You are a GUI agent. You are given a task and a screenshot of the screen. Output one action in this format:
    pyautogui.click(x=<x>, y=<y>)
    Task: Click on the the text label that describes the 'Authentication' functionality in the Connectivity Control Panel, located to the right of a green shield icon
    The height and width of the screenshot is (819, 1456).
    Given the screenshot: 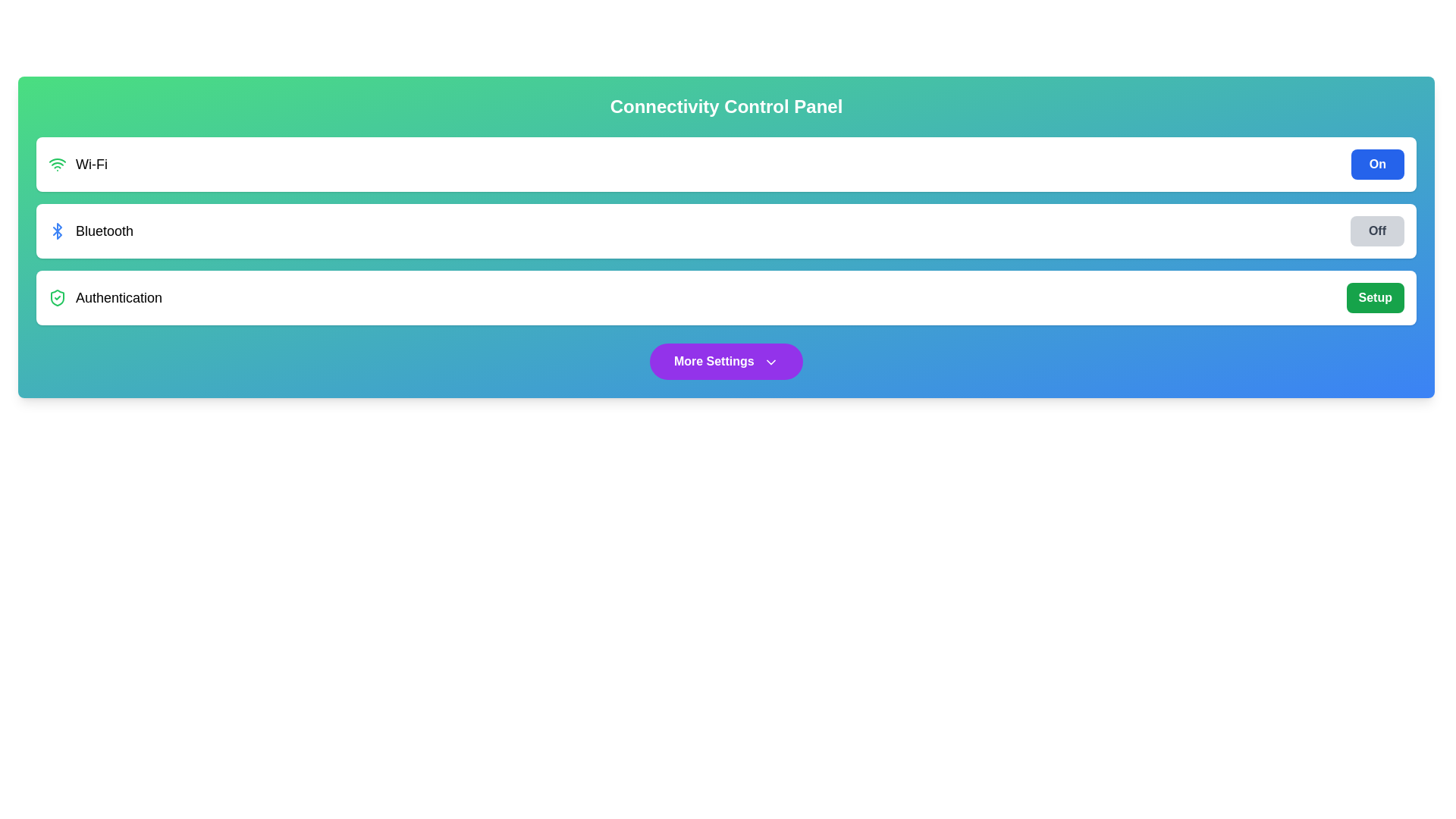 What is the action you would take?
    pyautogui.click(x=118, y=298)
    